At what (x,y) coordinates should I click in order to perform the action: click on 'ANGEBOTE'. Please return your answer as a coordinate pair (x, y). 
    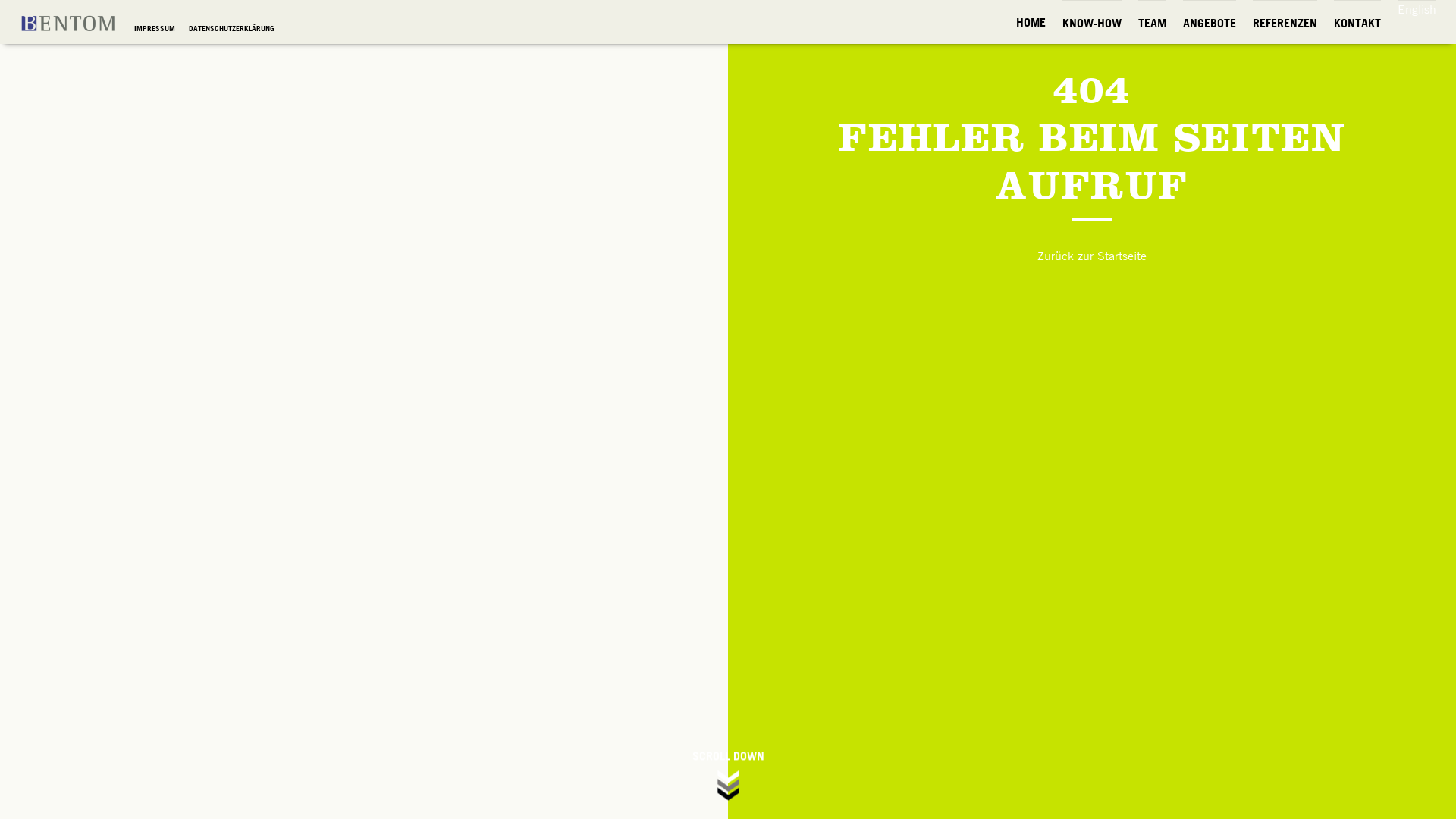
    Looking at the image, I should click on (1208, 23).